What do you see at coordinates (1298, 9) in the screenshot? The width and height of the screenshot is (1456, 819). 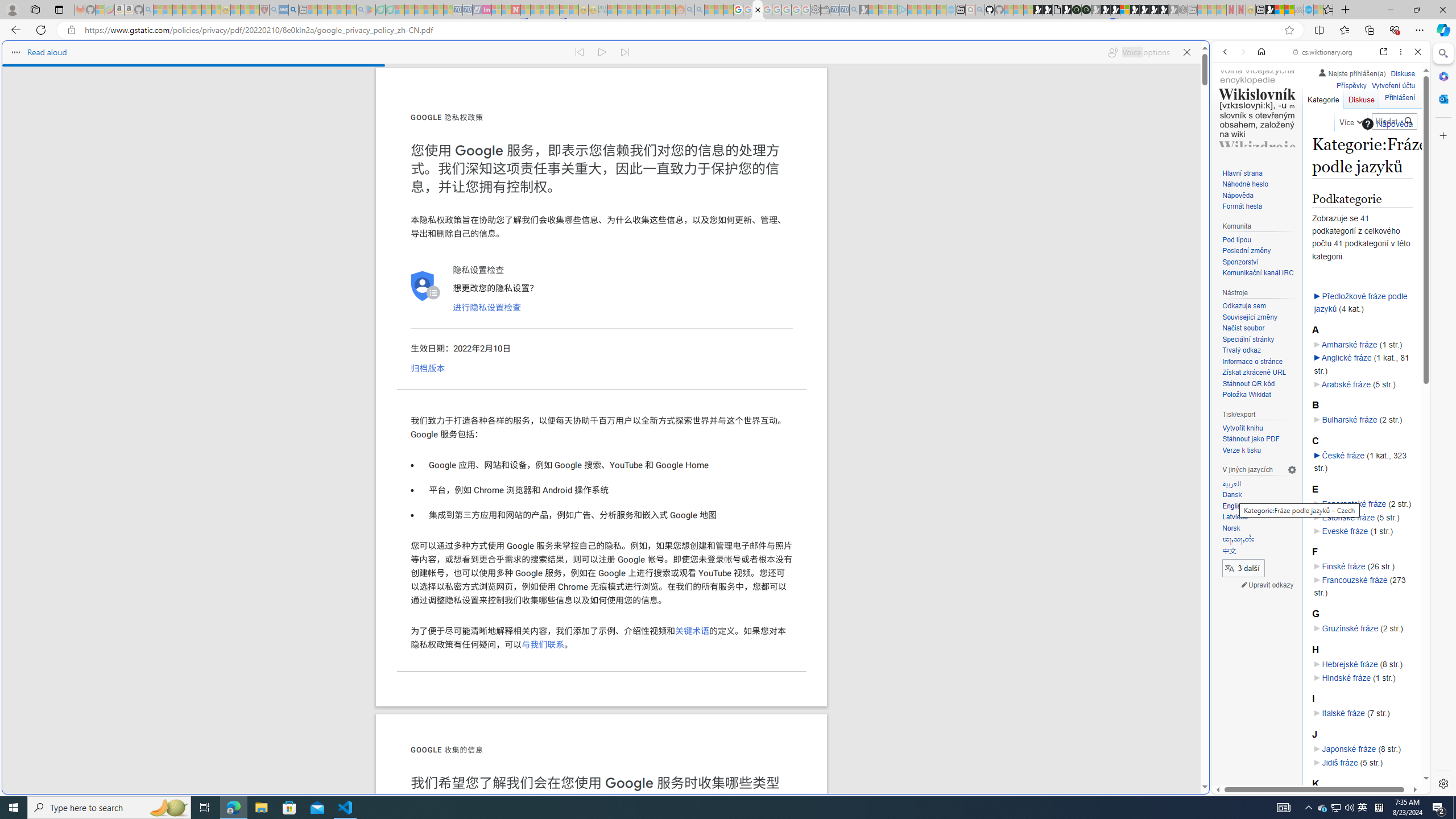 I see `'Navy Quest'` at bounding box center [1298, 9].